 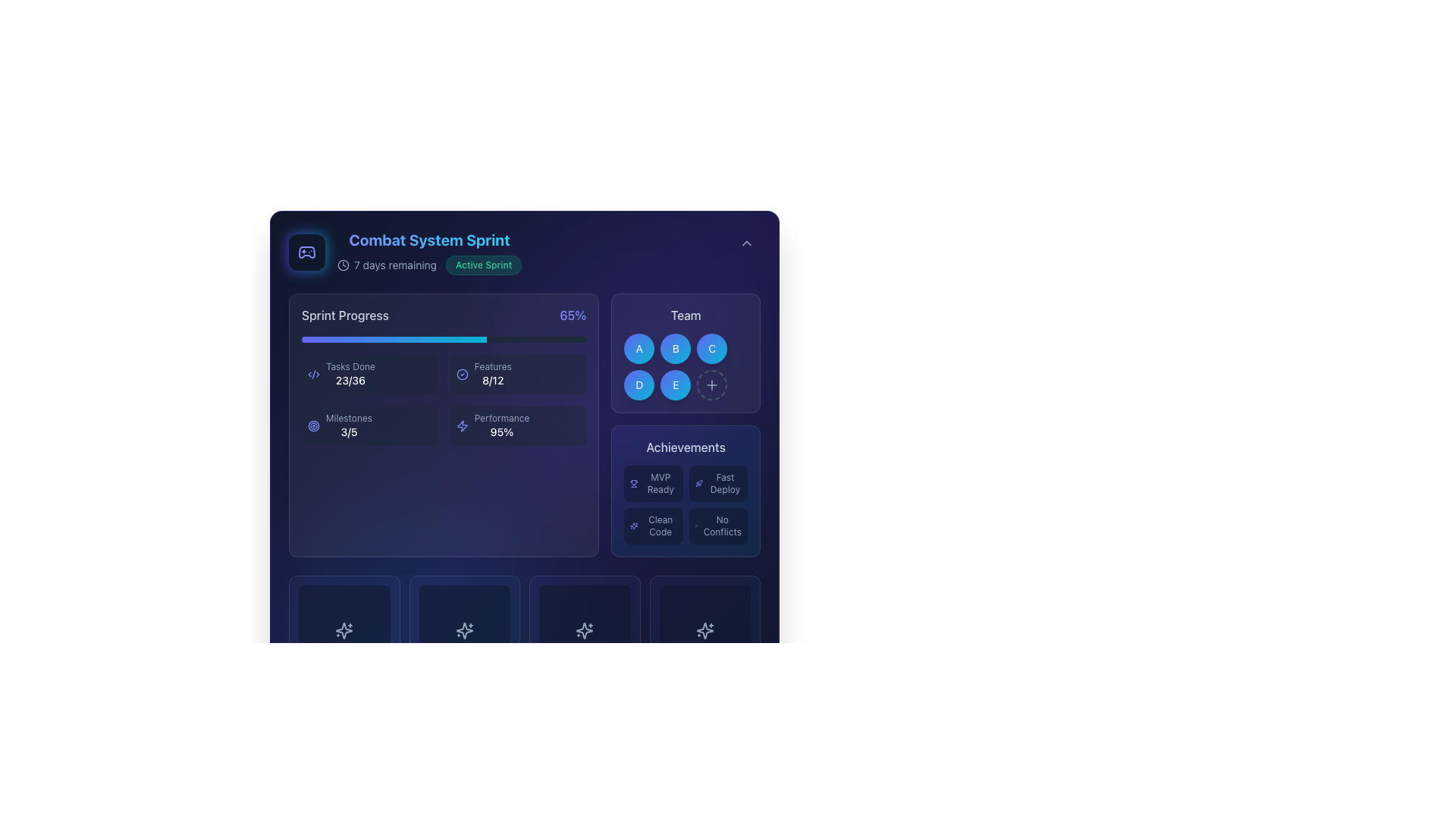 What do you see at coordinates (634, 483) in the screenshot?
I see `the trophy icon located to the left of the text 'MVP Ready' within the 'Achievements' section of the interface` at bounding box center [634, 483].